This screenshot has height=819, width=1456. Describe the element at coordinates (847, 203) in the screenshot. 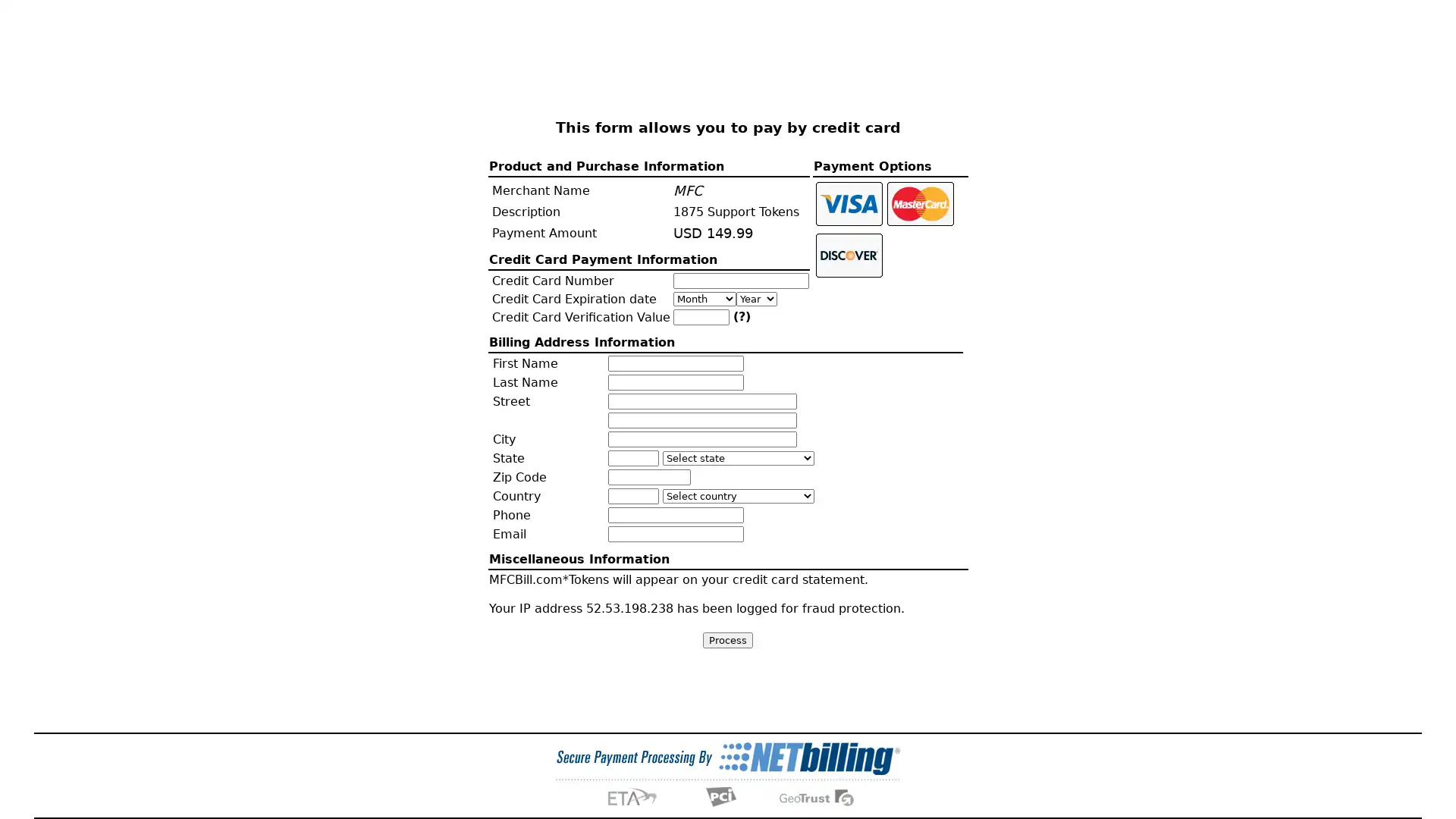

I see `Click to pay with Visa card` at that location.